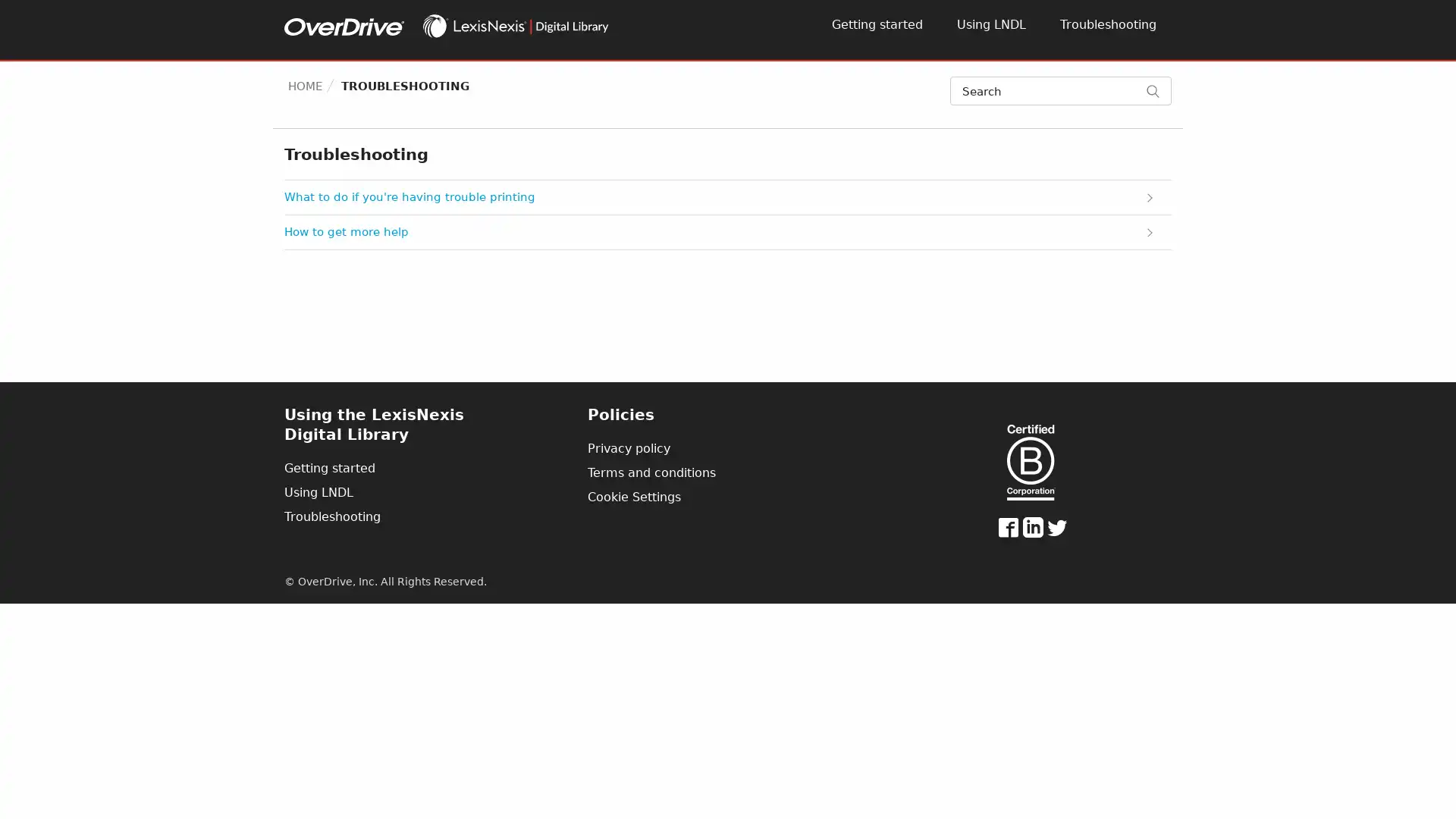 This screenshot has height=819, width=1456. What do you see at coordinates (1158, 90) in the screenshot?
I see `Search` at bounding box center [1158, 90].